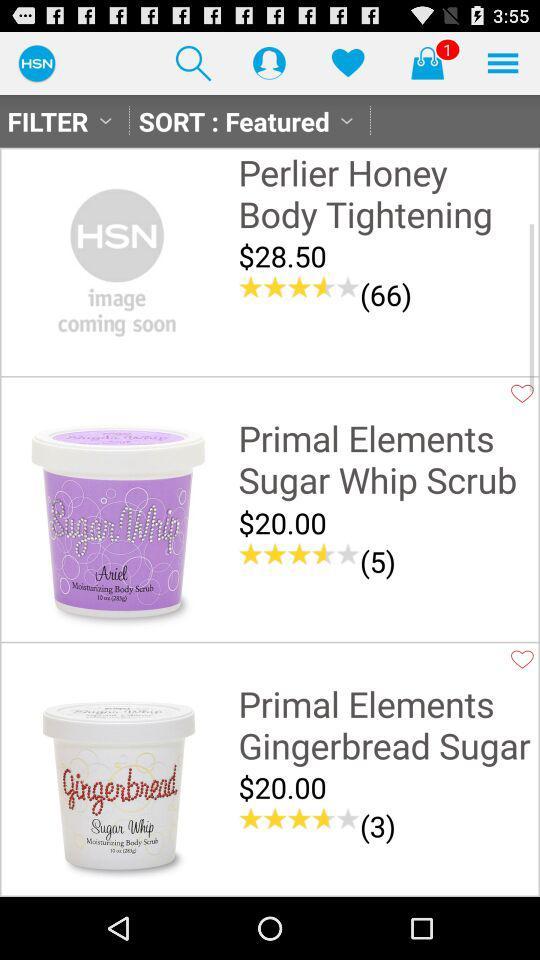 Image resolution: width=540 pixels, height=960 pixels. Describe the element at coordinates (117, 524) in the screenshot. I see `the icon to the left of primal elements sugar` at that location.